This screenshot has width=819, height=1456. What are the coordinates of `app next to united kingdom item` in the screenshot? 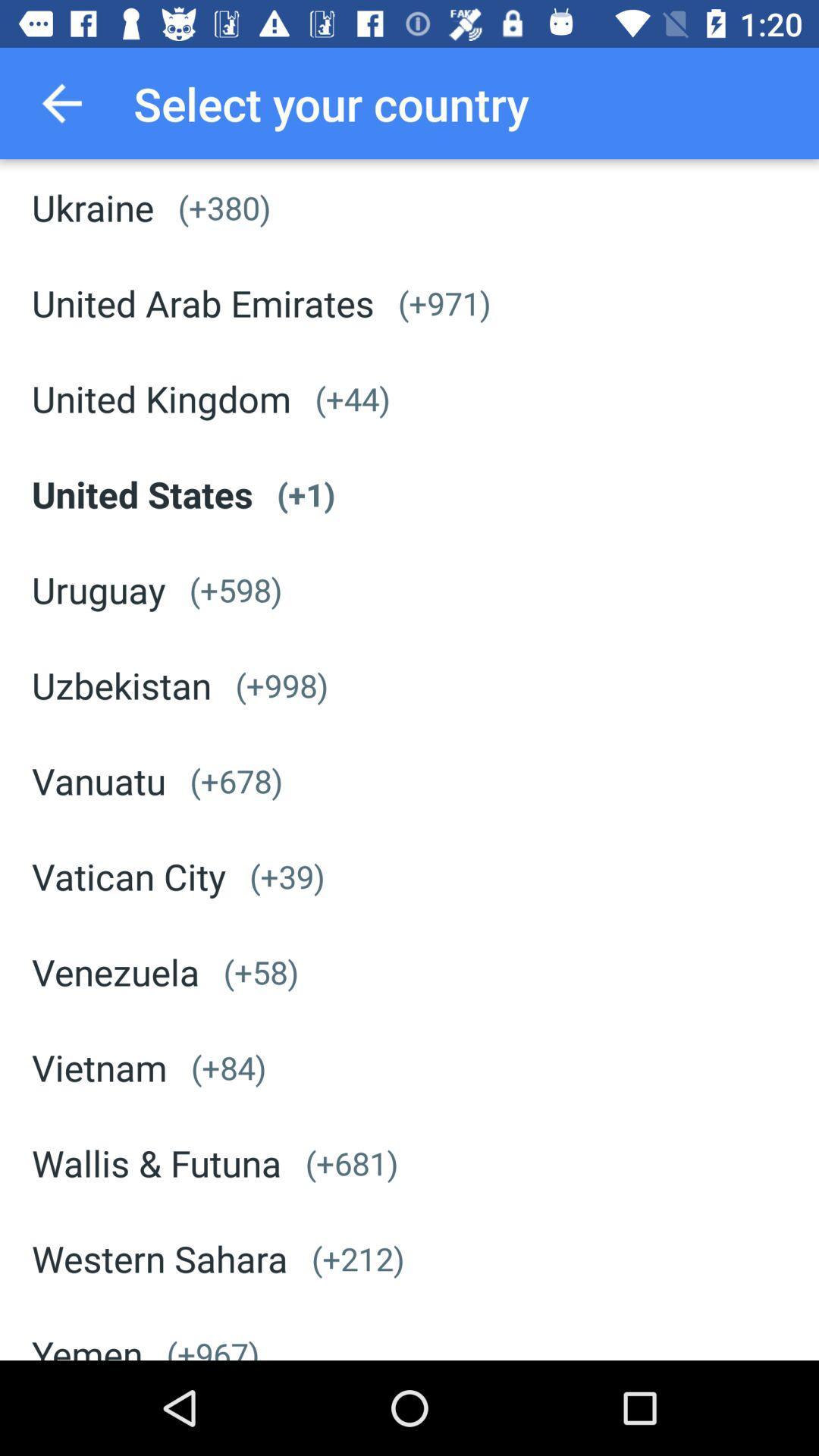 It's located at (353, 398).